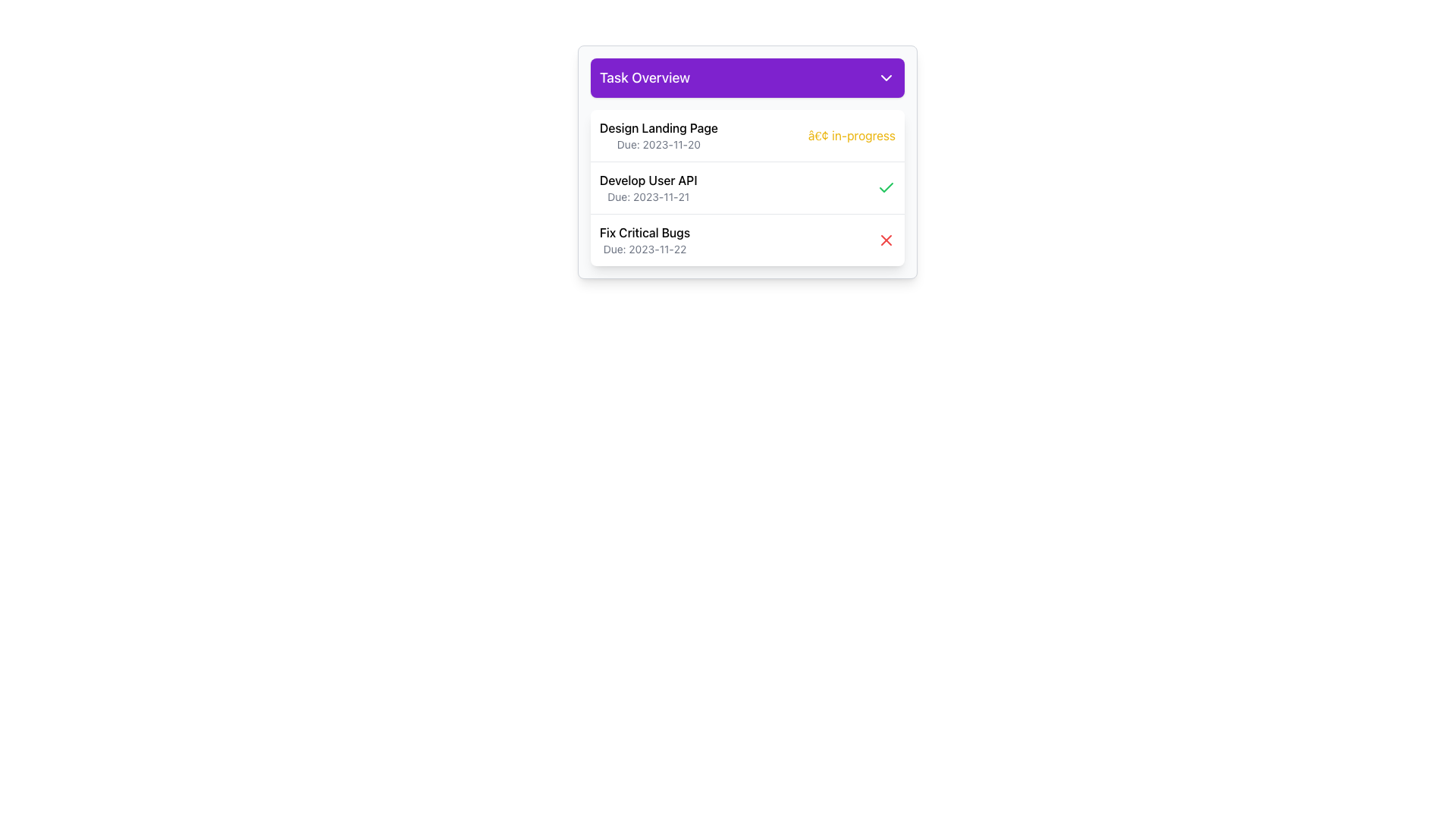 The height and width of the screenshot is (819, 1456). Describe the element at coordinates (886, 78) in the screenshot. I see `the downward-pointing chevron icon with a purple background located on the right side of the 'Task Overview' section header` at that location.